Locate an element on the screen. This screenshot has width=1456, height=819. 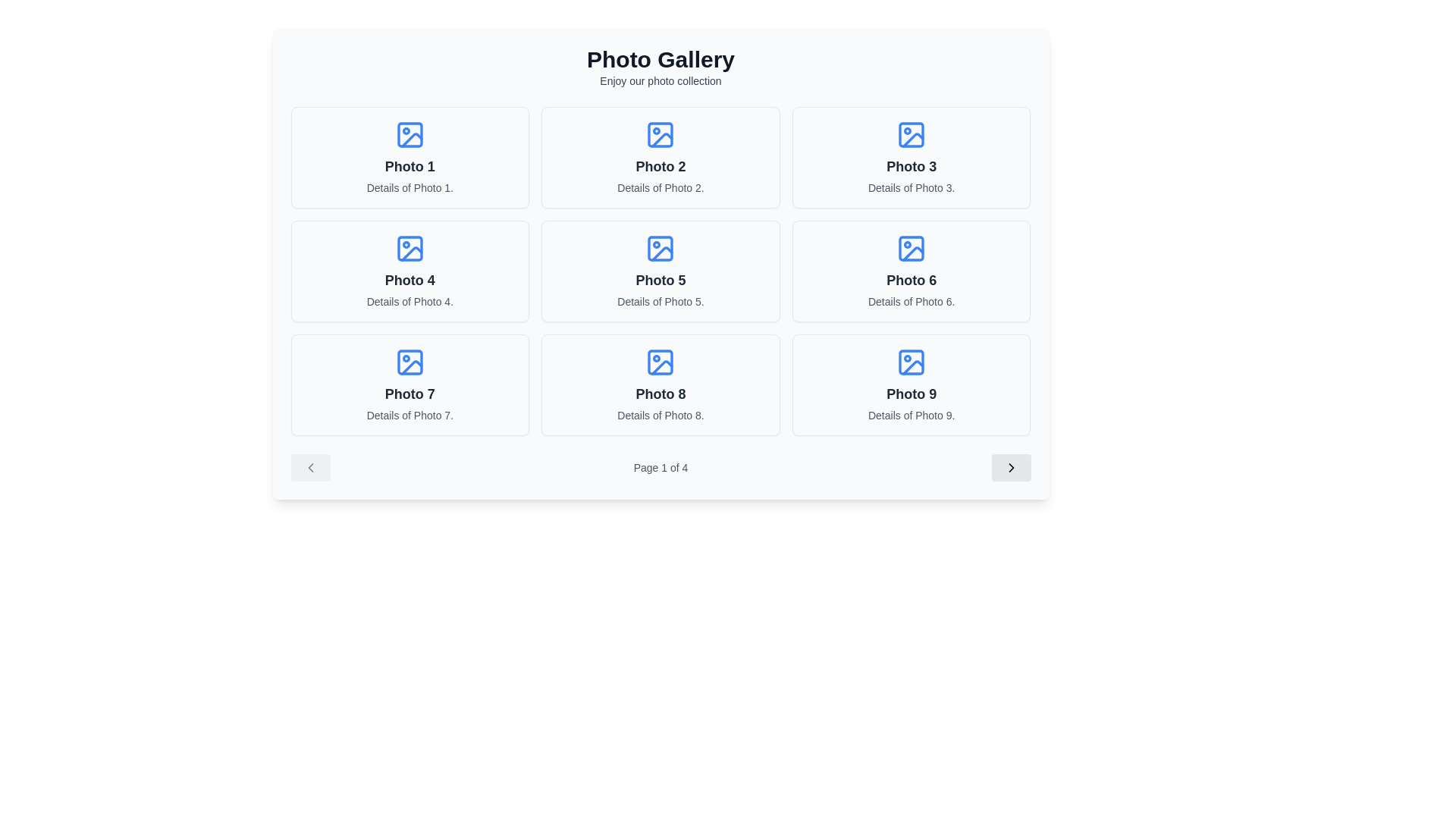
text label displaying 'Photo 1' which is styled with a bold font and grayish color, located within the top-left corner of the gallery grid card layout is located at coordinates (409, 166).